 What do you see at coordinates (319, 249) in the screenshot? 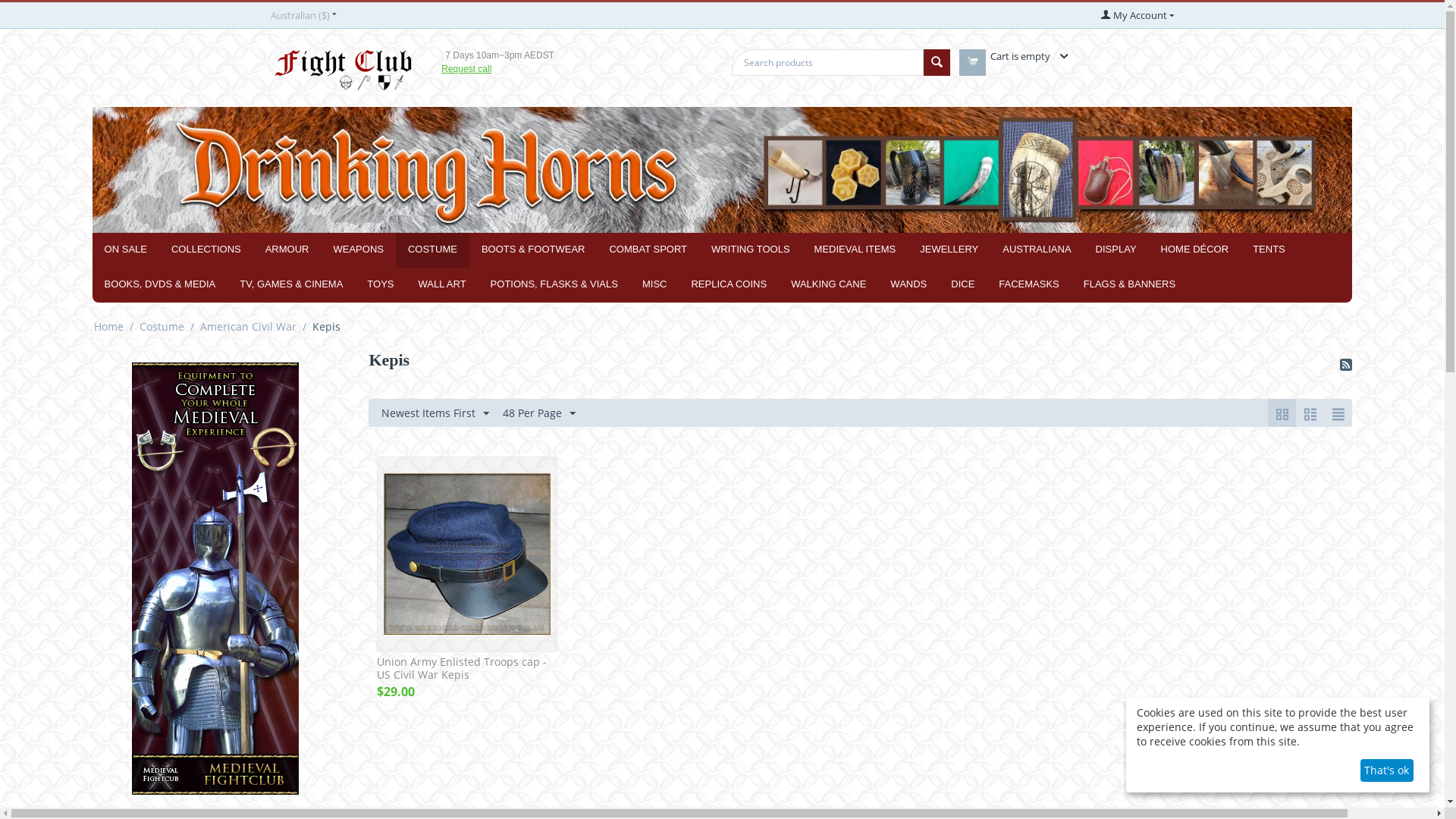
I see `'WEAPONS'` at bounding box center [319, 249].